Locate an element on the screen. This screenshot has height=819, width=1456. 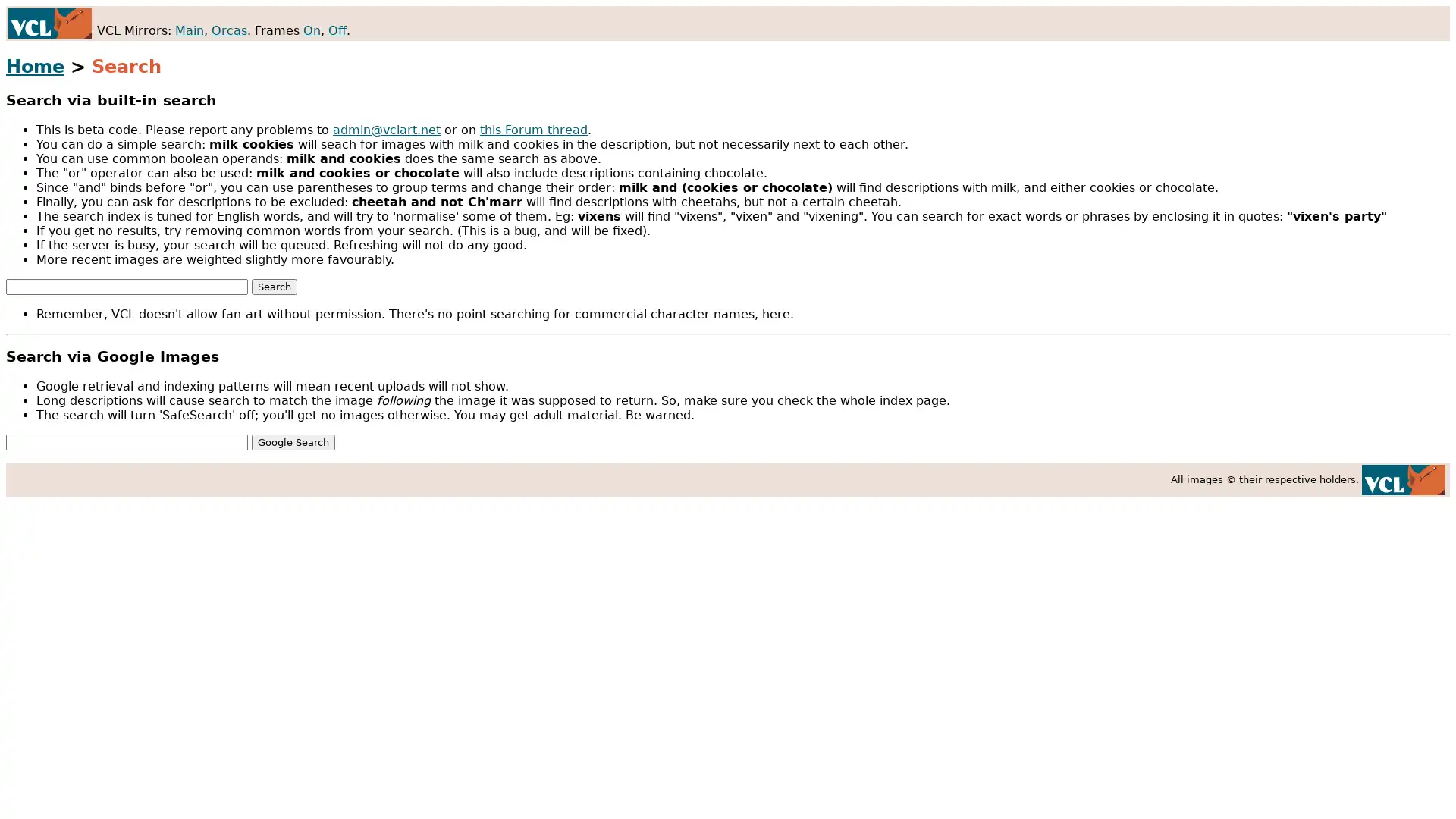
Google Search is located at coordinates (293, 441).